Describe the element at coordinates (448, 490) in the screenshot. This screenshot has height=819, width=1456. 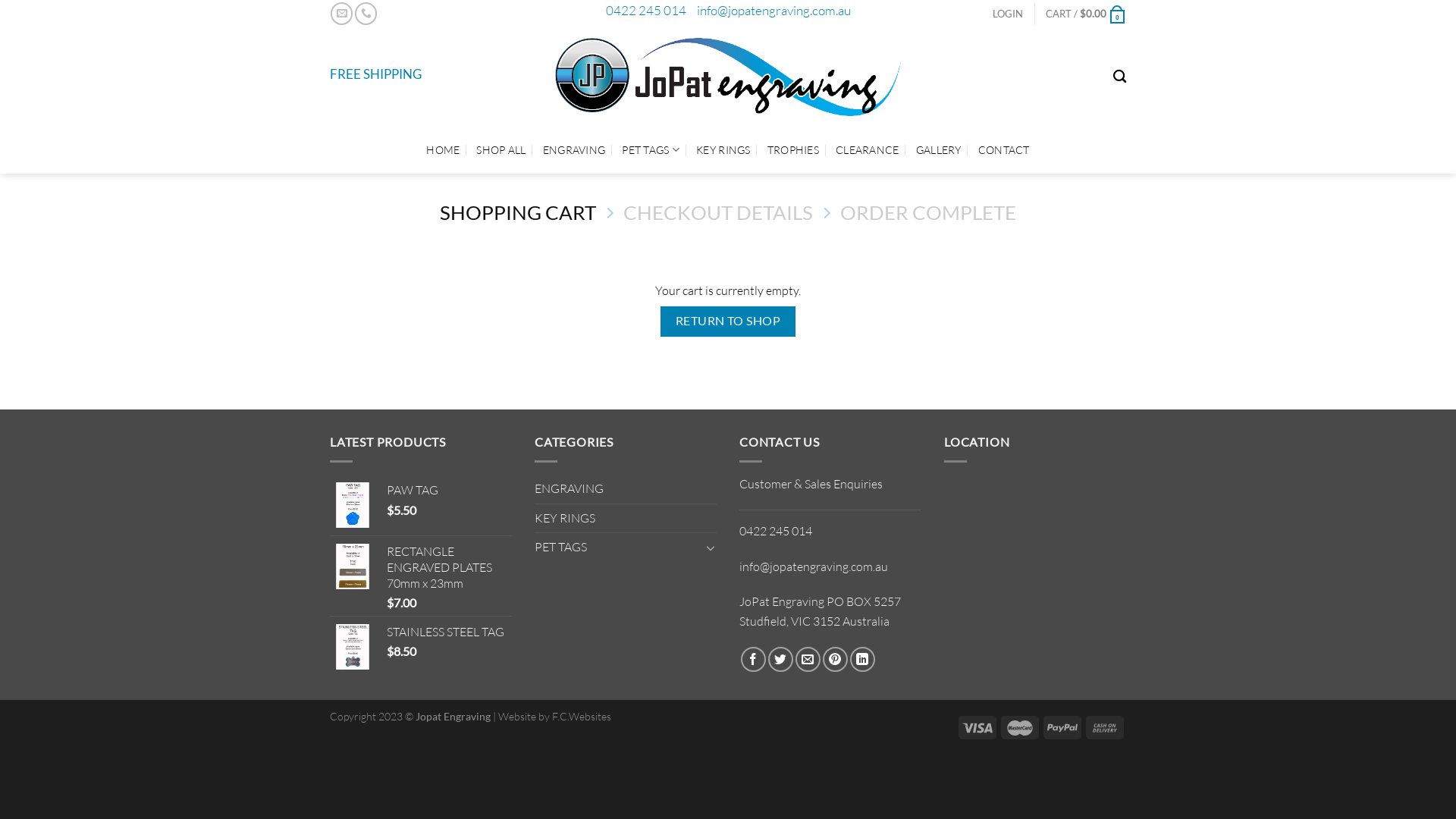
I see `'PAW TAG'` at that location.